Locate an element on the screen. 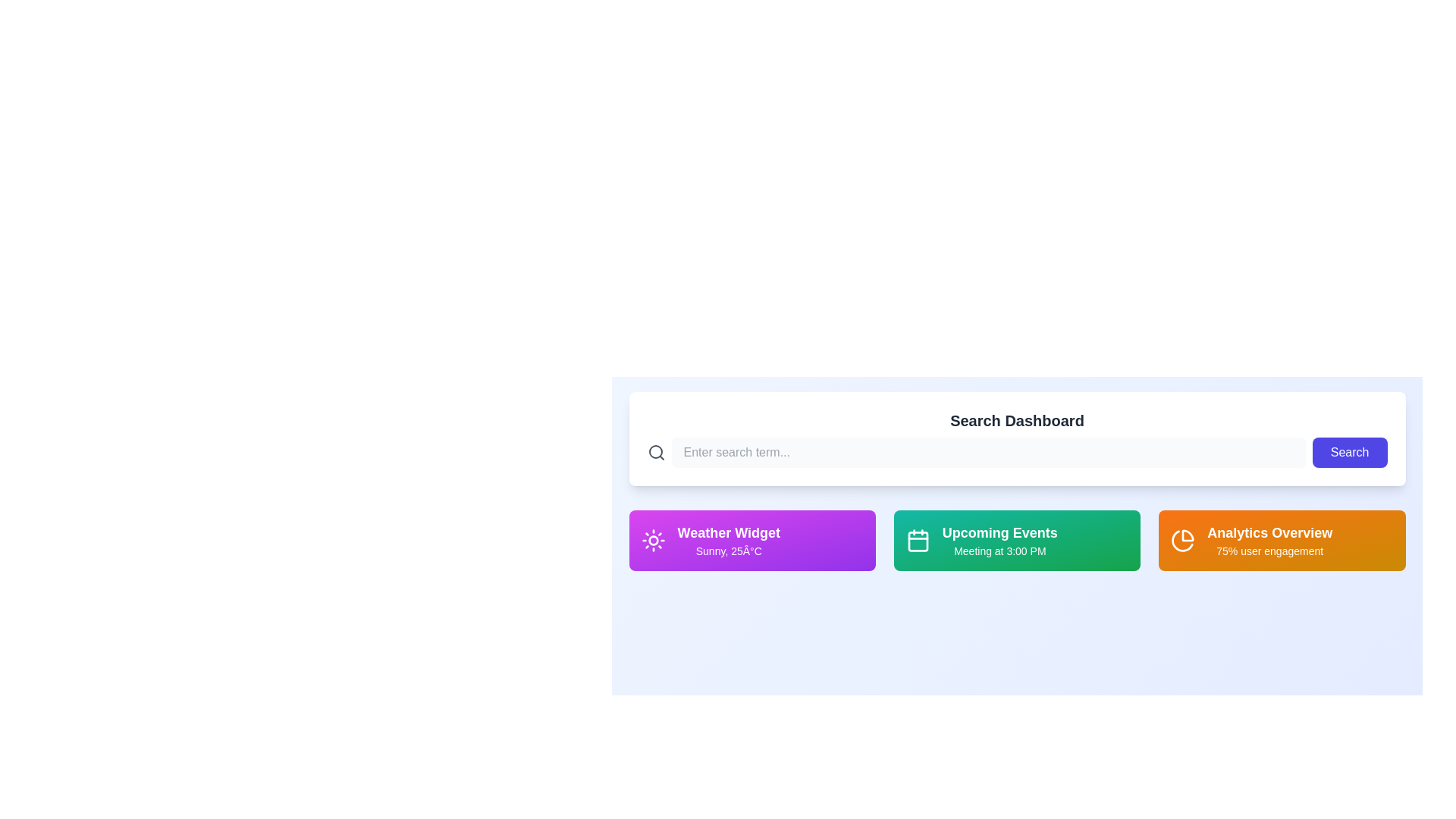 This screenshot has width=1456, height=819. the weather information card, which is the first card in a row of three, displaying weather conditions and temperature is located at coordinates (752, 540).